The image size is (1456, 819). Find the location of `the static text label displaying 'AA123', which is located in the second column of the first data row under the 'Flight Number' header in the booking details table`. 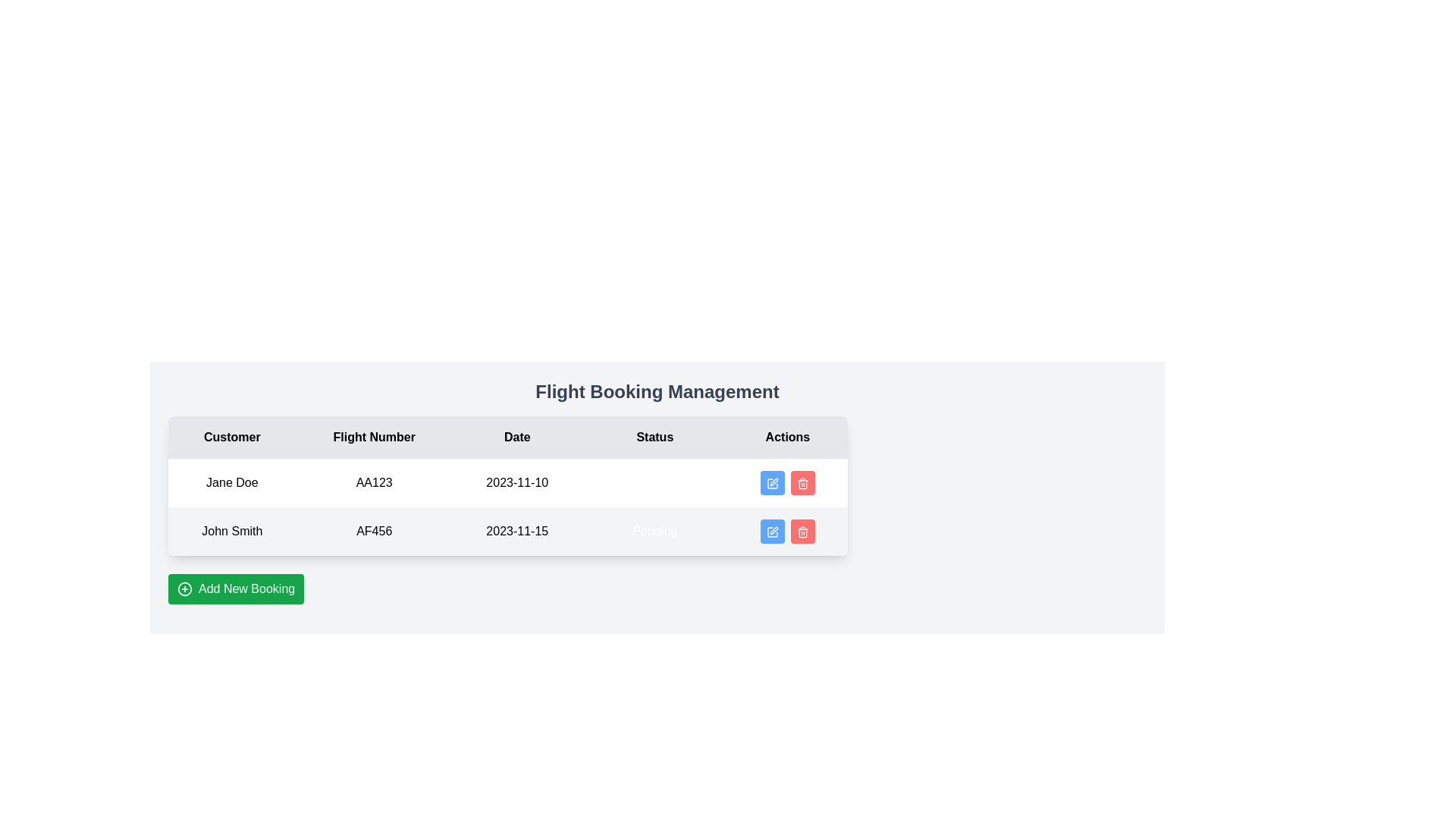

the static text label displaying 'AA123', which is located in the second column of the first data row under the 'Flight Number' header in the booking details table is located at coordinates (374, 482).